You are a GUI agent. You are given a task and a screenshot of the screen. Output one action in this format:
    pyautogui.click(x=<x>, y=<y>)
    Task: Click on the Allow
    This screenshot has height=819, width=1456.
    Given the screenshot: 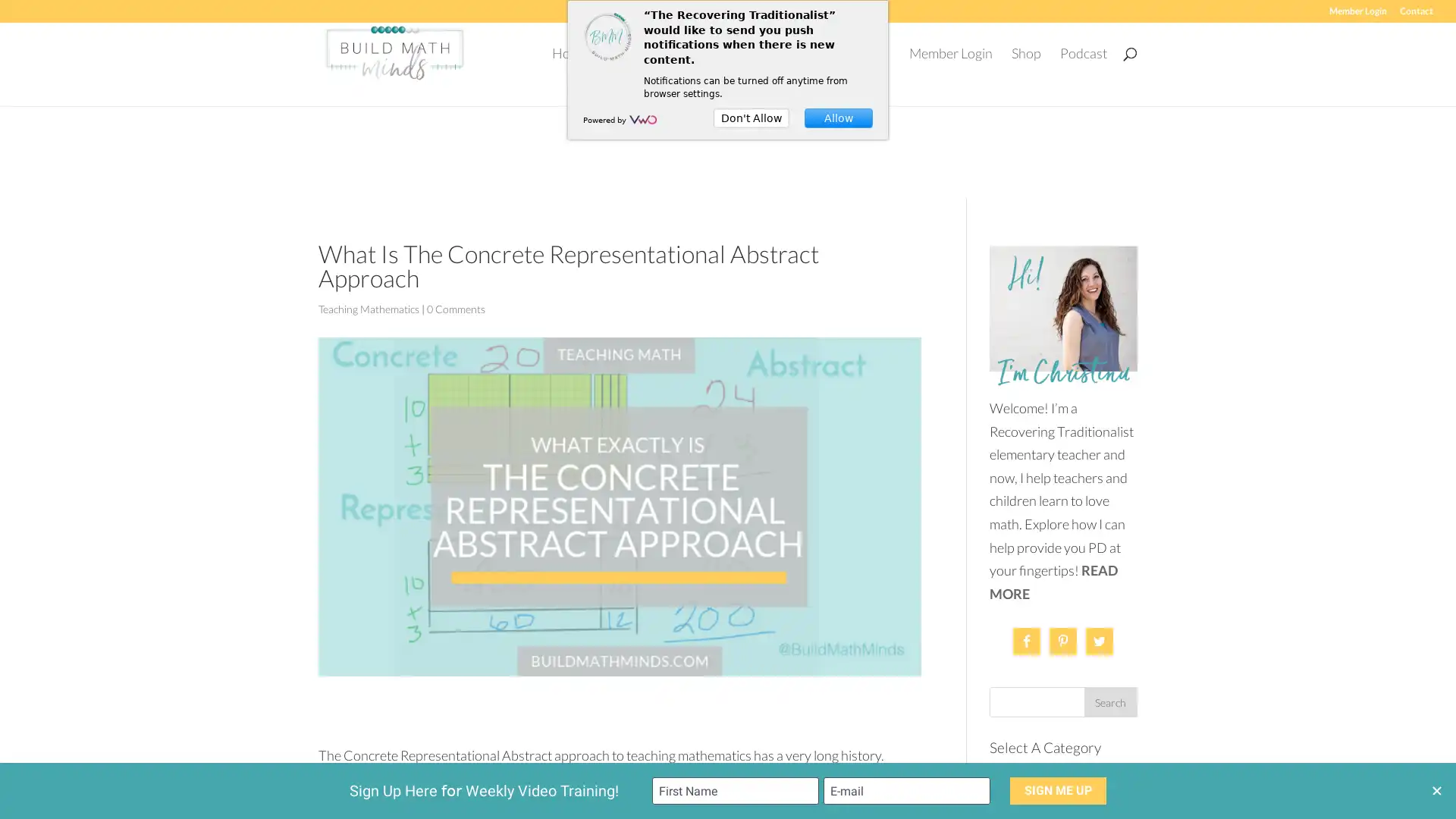 What is the action you would take?
    pyautogui.click(x=837, y=116)
    